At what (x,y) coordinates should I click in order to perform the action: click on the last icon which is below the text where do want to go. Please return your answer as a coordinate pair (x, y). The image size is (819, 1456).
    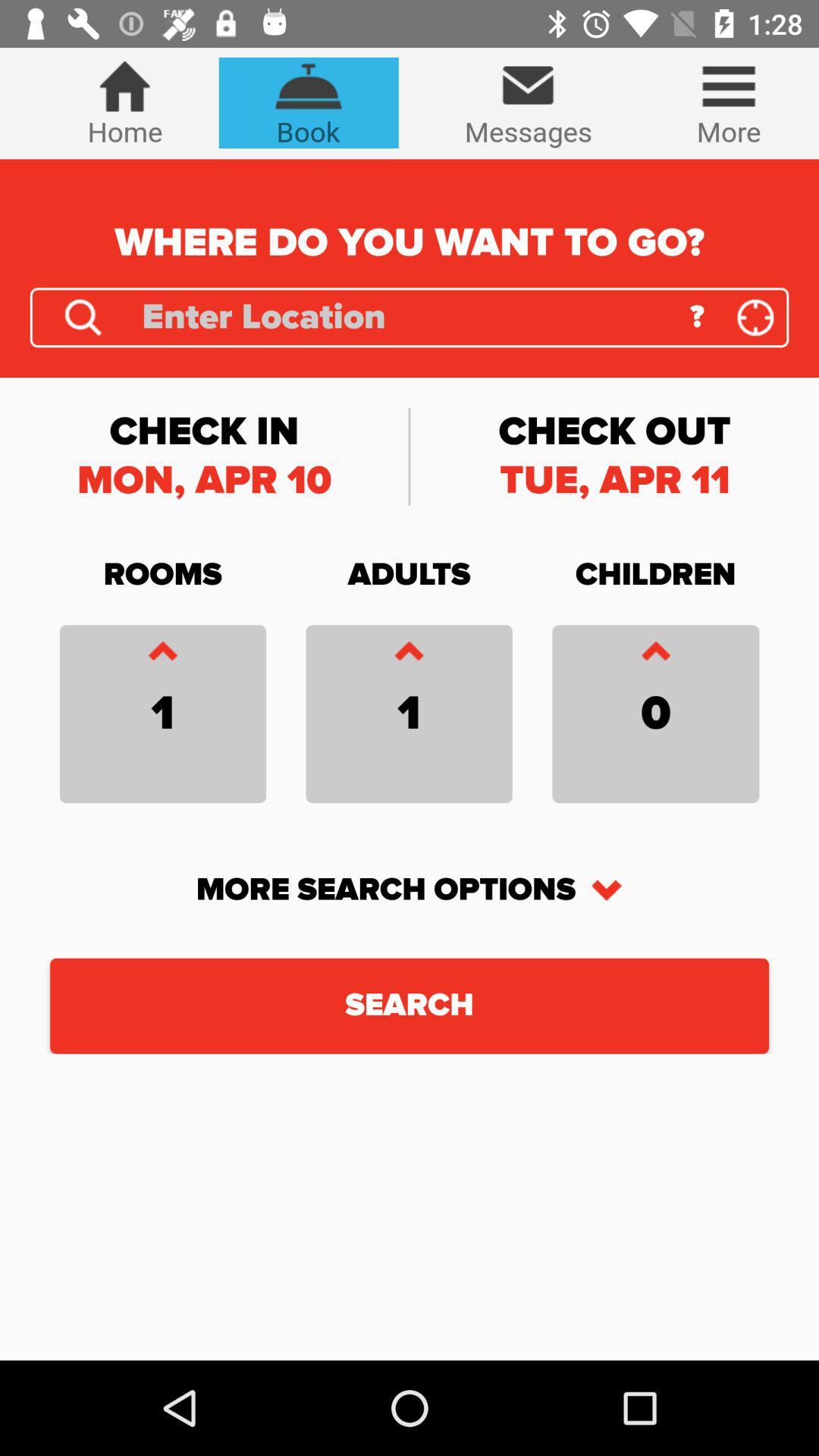
    Looking at the image, I should click on (755, 316).